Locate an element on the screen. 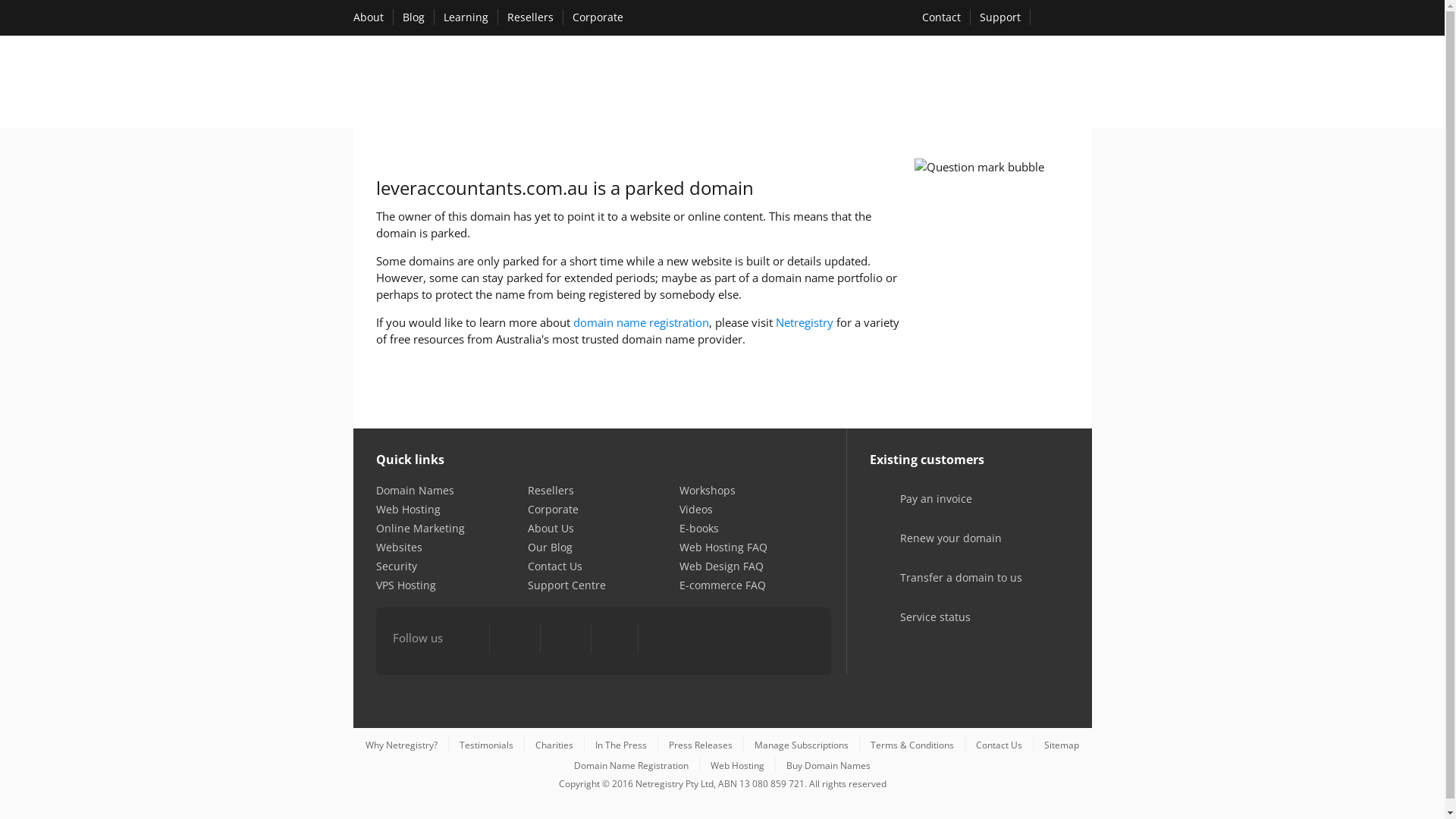 The width and height of the screenshot is (1456, 819). 'Testimonials' is located at coordinates (486, 744).